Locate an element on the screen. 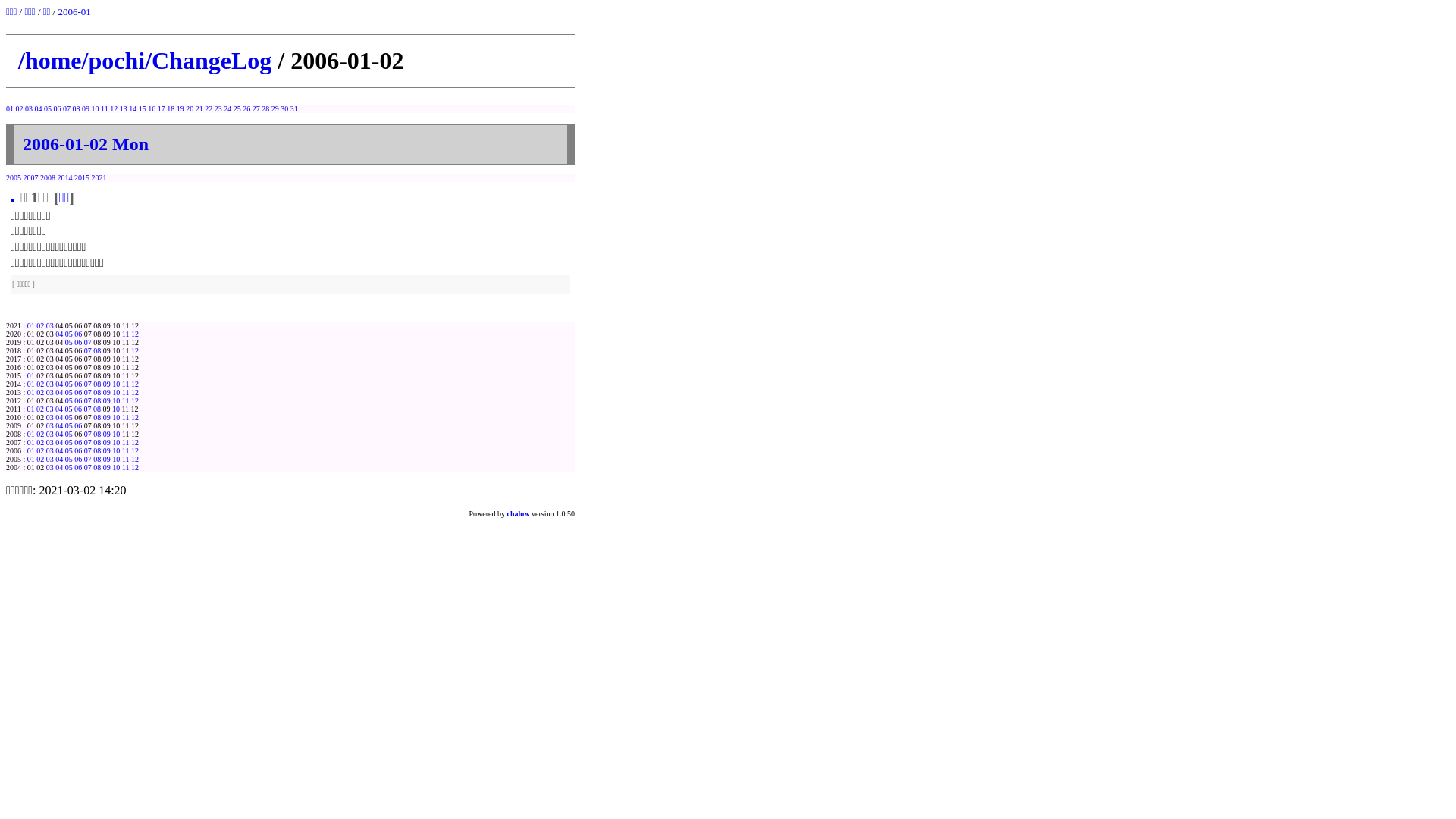  '12' is located at coordinates (112, 108).